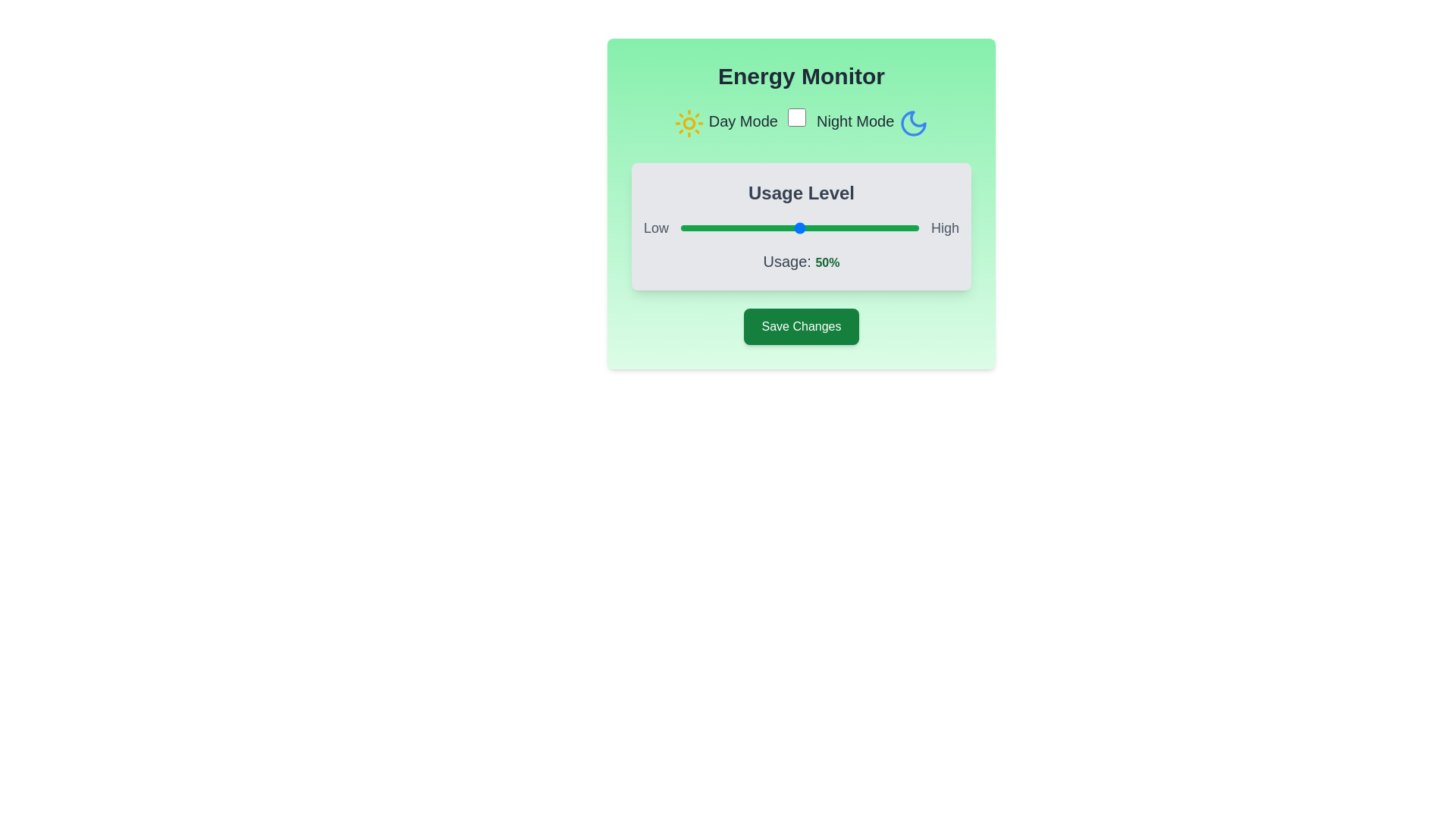  Describe the element at coordinates (885, 227) in the screenshot. I see `the slider` at that location.